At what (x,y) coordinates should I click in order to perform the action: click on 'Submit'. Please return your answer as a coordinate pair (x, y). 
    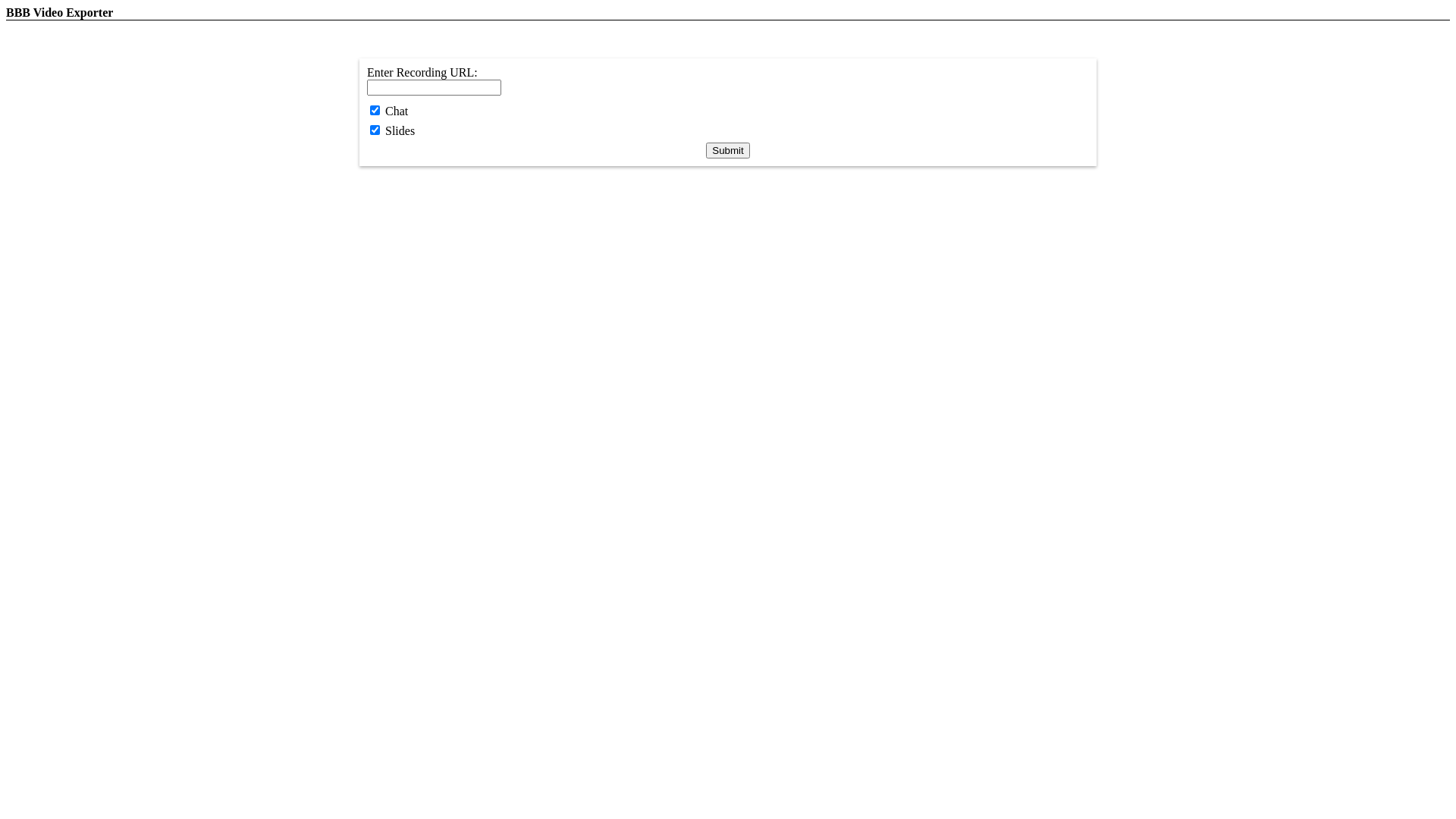
    Looking at the image, I should click on (726, 150).